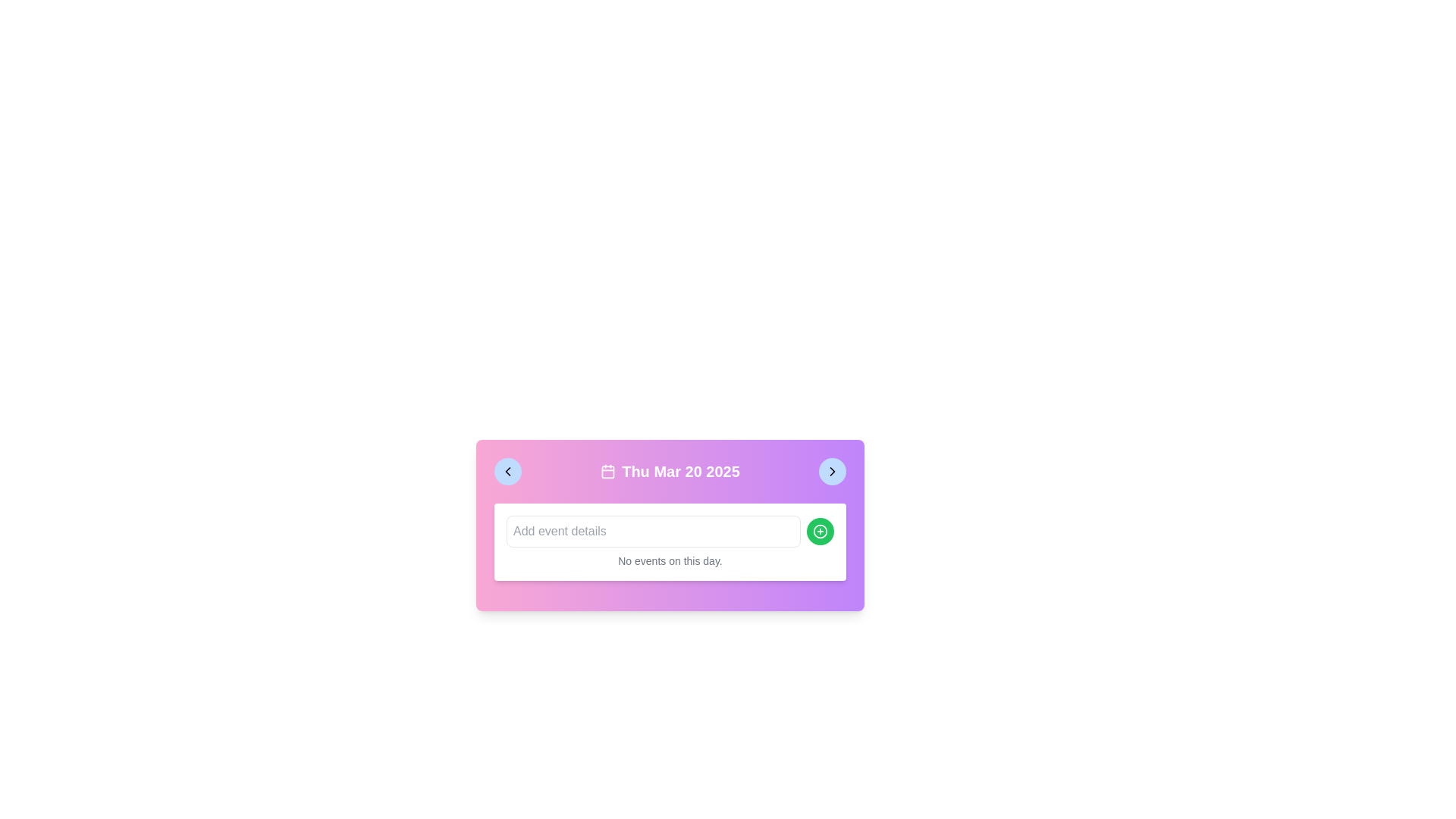 The image size is (1456, 819). What do you see at coordinates (832, 470) in the screenshot?
I see `the right-facing chevron arrow icon located at the right end of the horizontal bar` at bounding box center [832, 470].